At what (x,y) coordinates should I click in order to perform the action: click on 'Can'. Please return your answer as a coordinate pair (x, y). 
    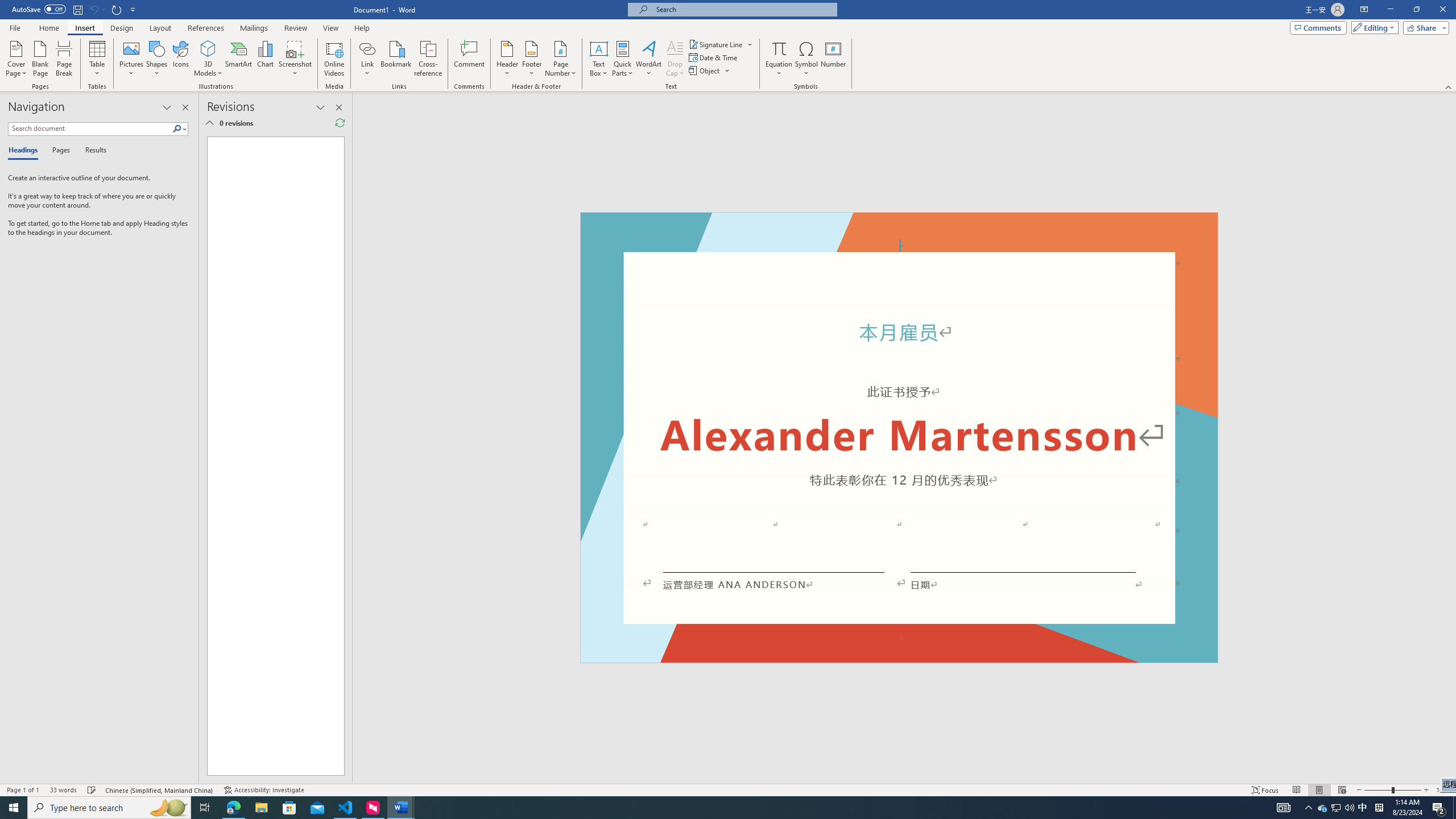
    Looking at the image, I should click on (97, 9).